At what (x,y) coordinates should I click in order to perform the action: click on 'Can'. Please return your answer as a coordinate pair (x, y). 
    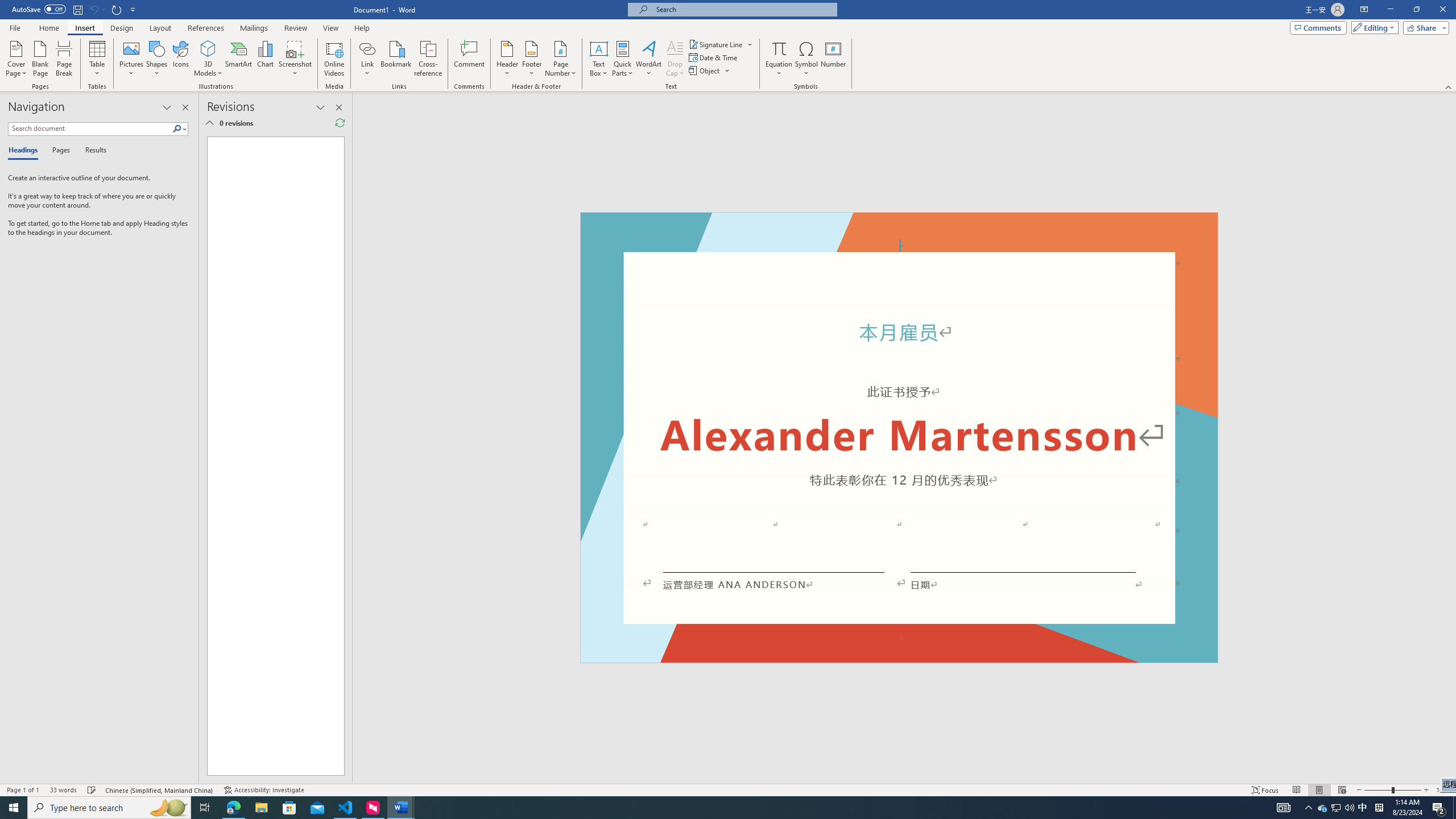
    Looking at the image, I should click on (97, 9).